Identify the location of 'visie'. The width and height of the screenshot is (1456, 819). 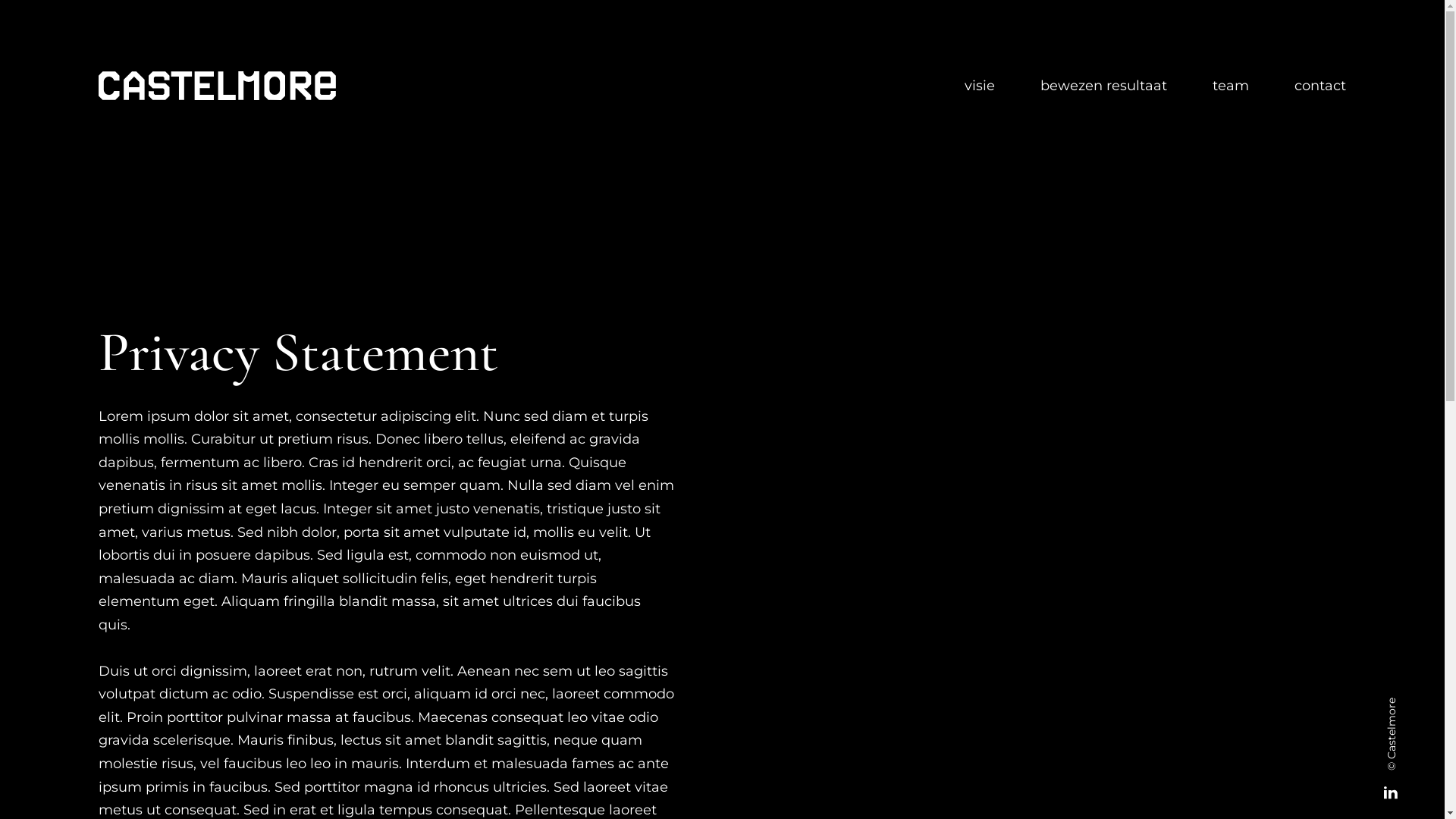
(979, 85).